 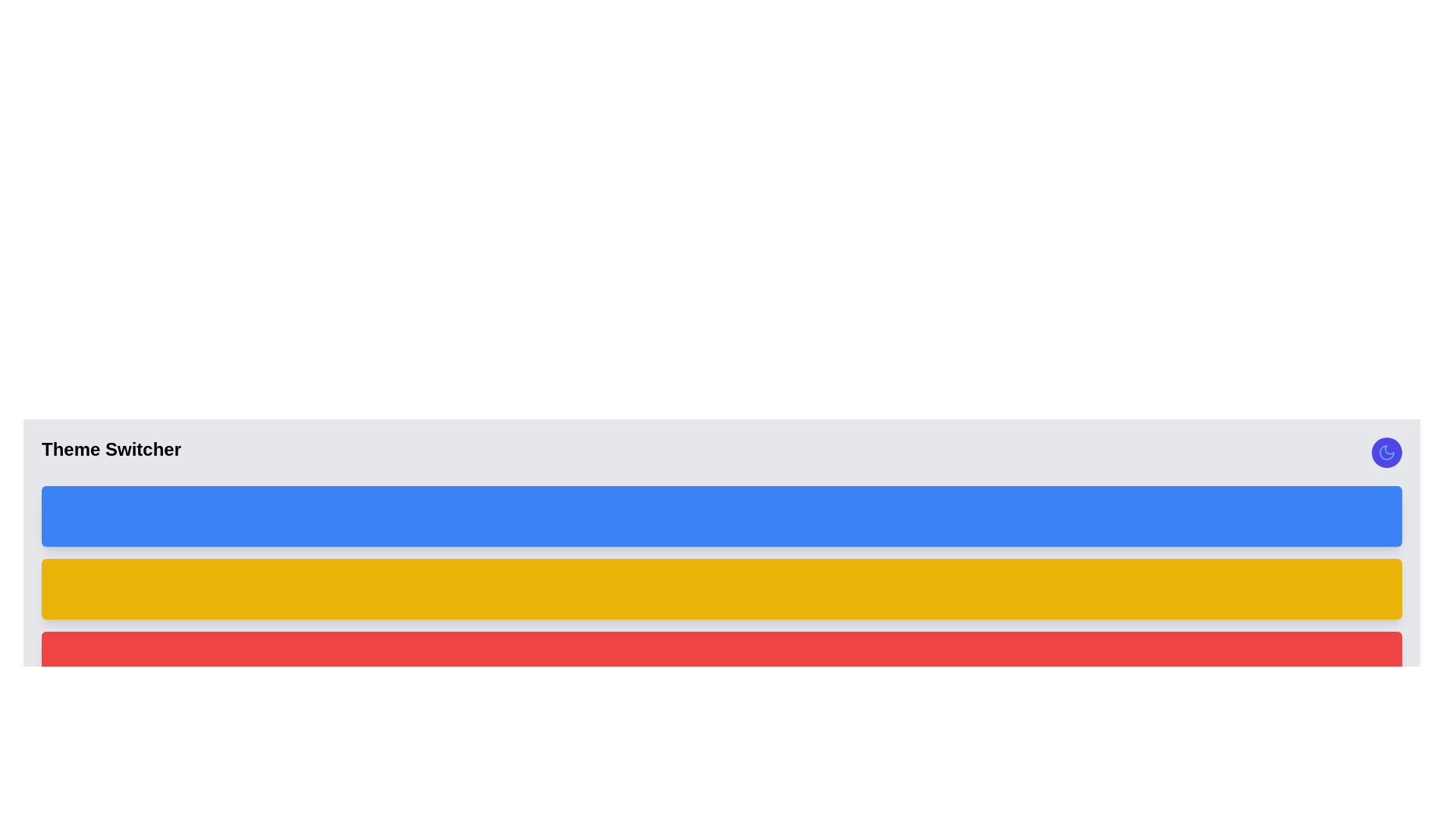 I want to click on the first decorative bar, which is the topmost element in a vertically stacked group of three colored bars, so click(x=720, y=516).